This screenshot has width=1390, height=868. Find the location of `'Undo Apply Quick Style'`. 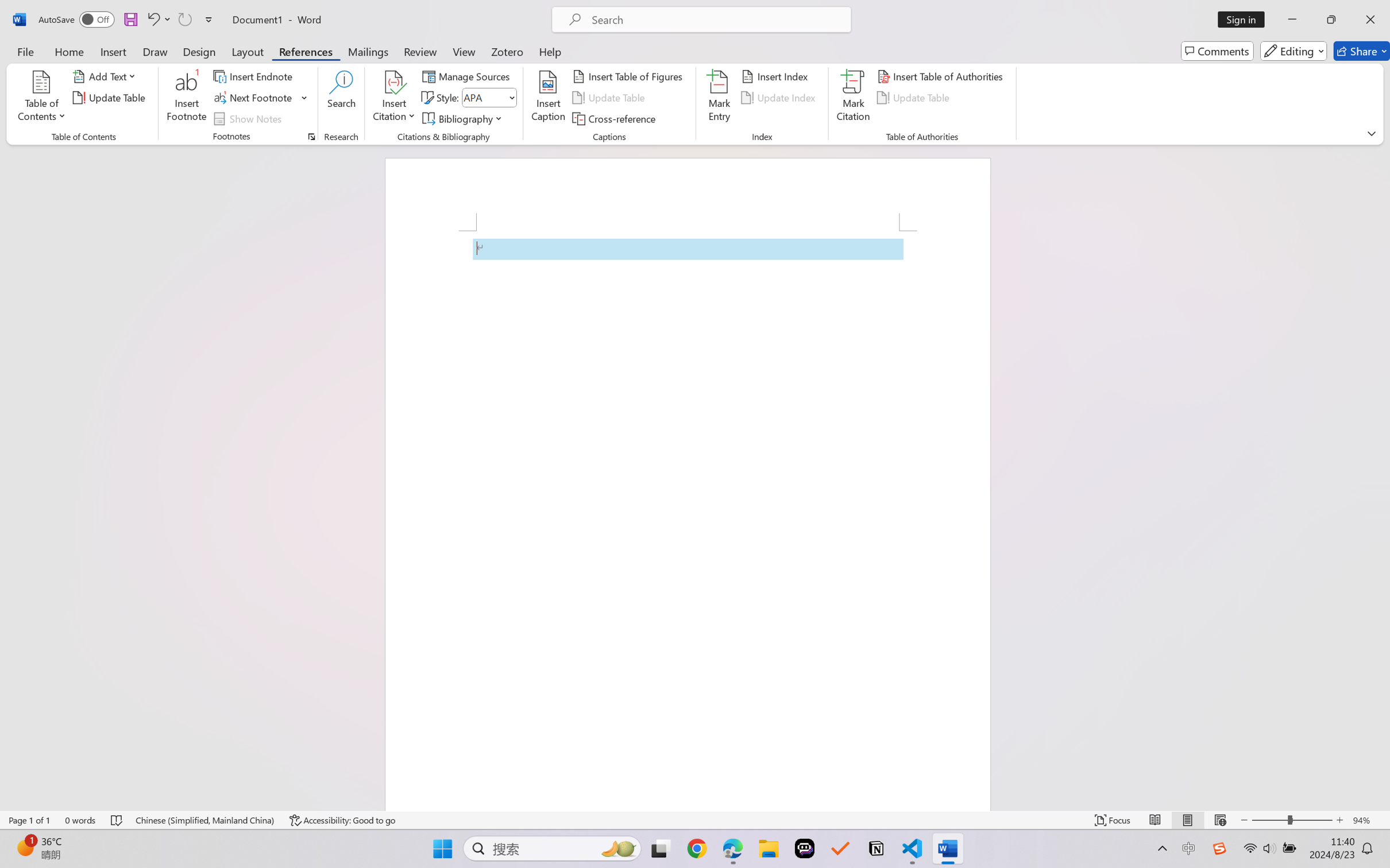

'Undo Apply Quick Style' is located at coordinates (157, 19).